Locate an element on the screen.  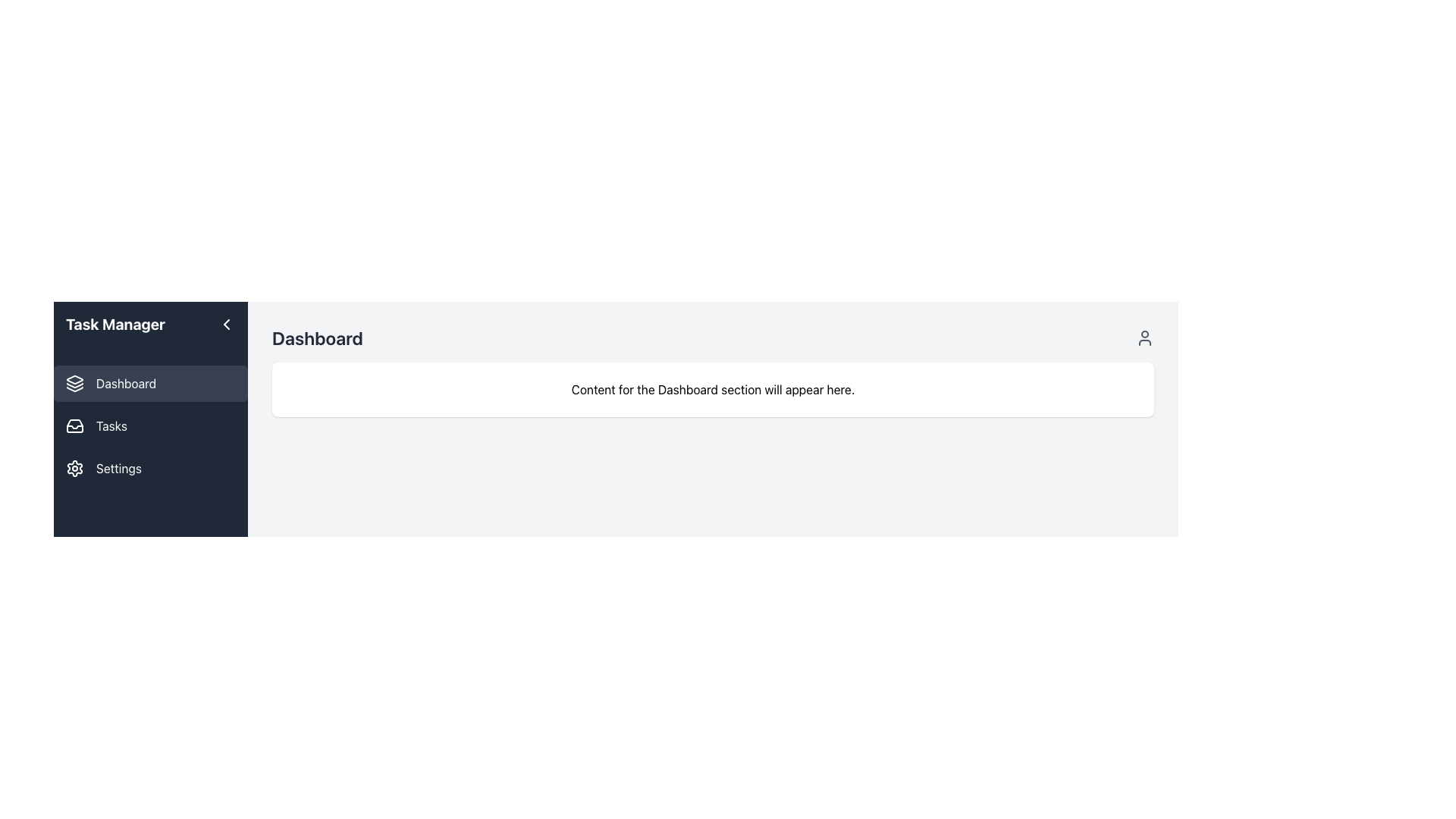
the sidebar navigation item labeled 'Tasks' is located at coordinates (150, 426).